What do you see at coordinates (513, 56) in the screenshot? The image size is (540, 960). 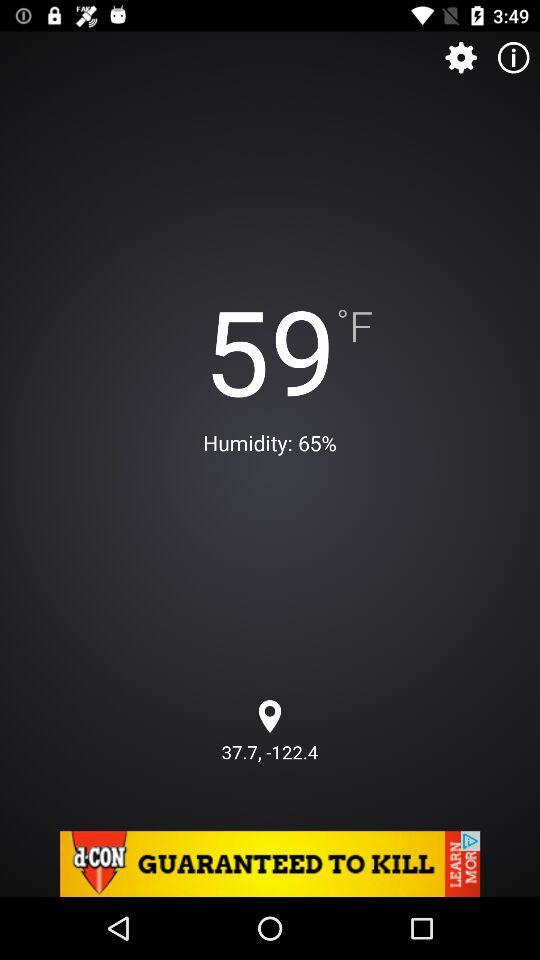 I see `the info icon` at bounding box center [513, 56].